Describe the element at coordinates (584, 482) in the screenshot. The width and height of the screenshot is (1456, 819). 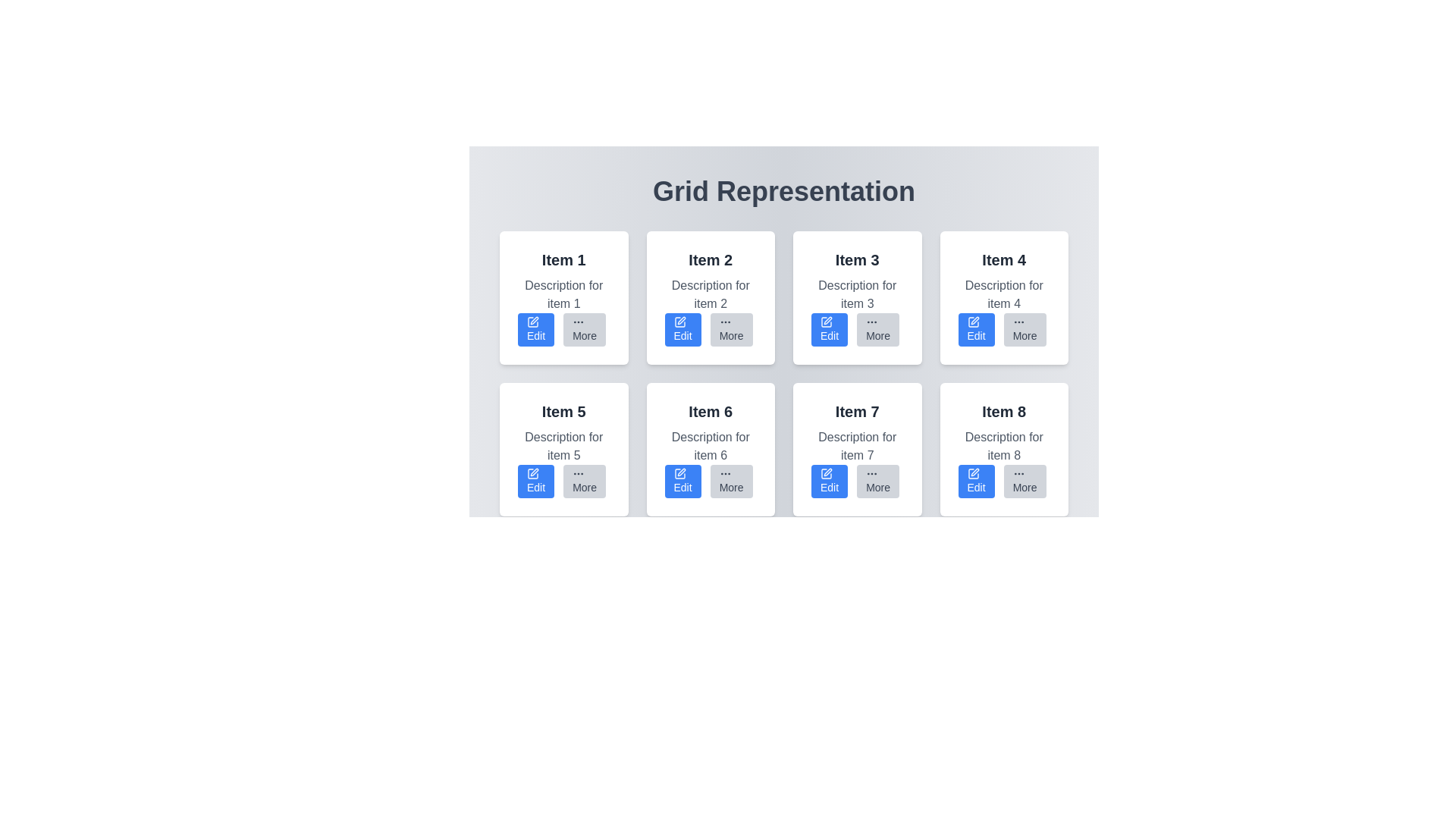
I see `the button located in the lower section of the card labeled 'Item 5', to the right of the 'Edit' button` at that location.